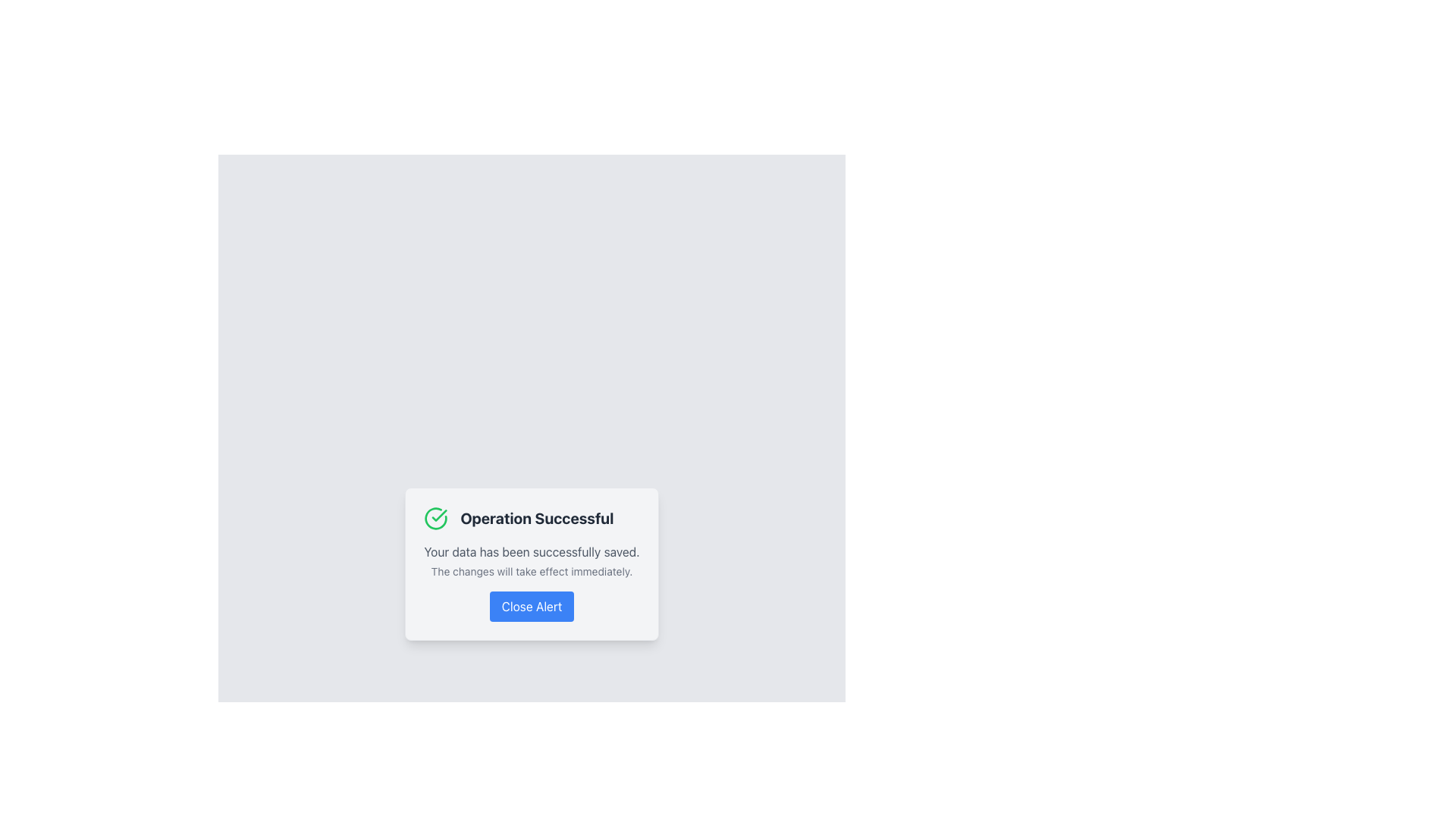  What do you see at coordinates (532, 571) in the screenshot?
I see `text 'The changes will take effect immediately.' from the notification box, which is styled in a small gray font and is the second line of text following 'Your data has been successfully saved.'` at bounding box center [532, 571].